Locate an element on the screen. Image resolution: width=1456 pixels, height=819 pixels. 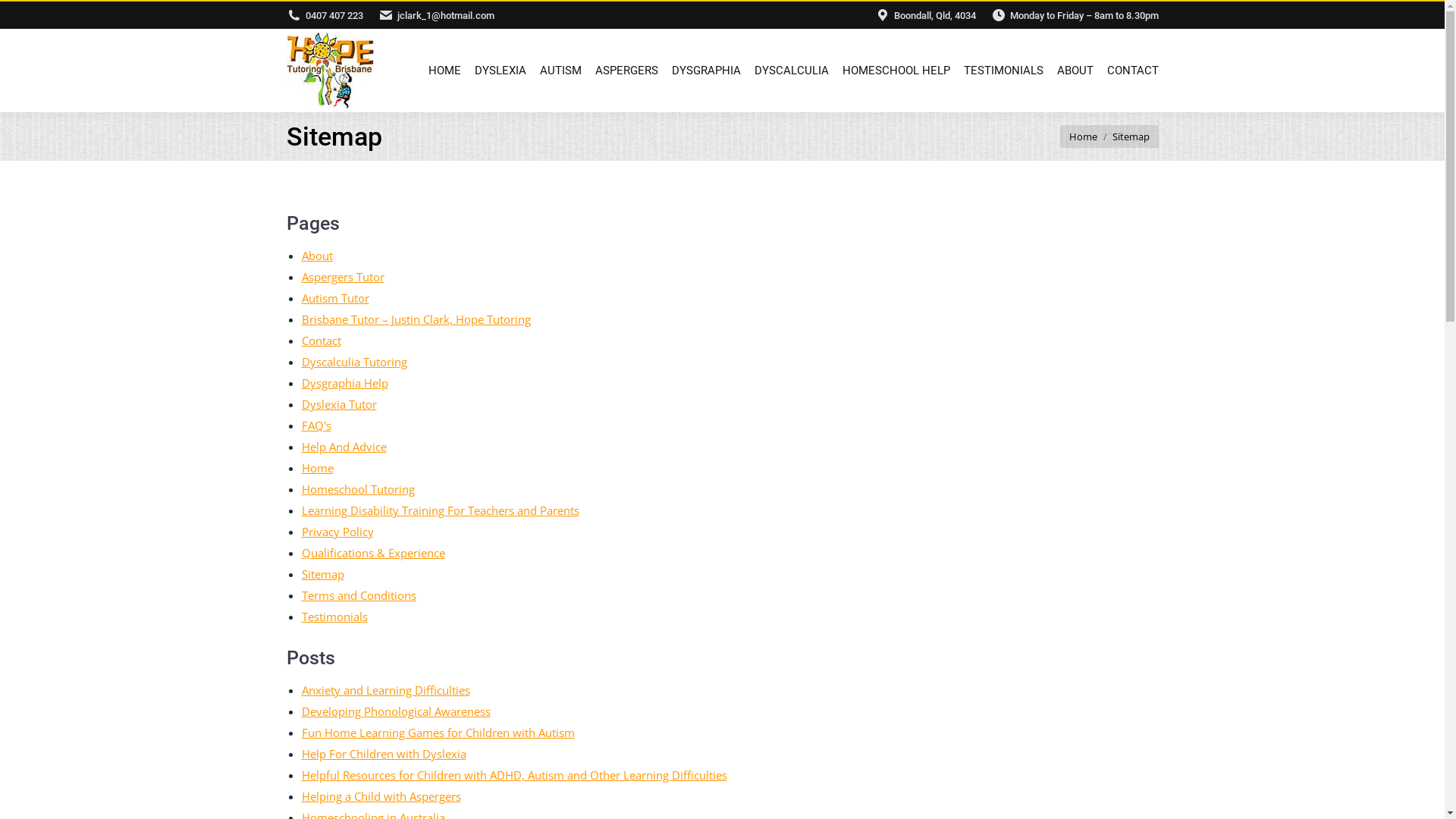
'Developing Phonological Awareness' is located at coordinates (396, 711).